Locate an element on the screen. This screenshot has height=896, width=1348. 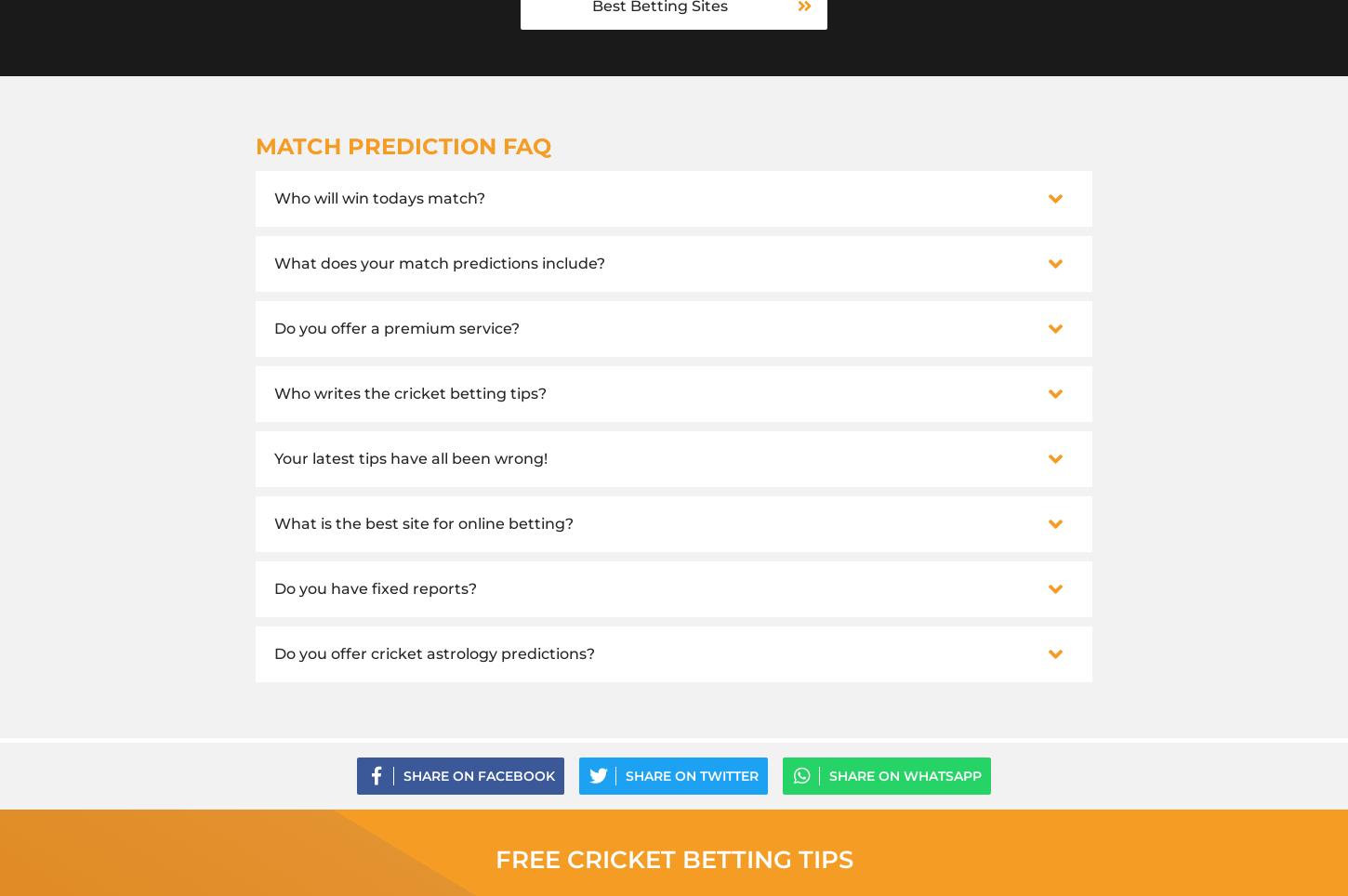
'What does your match predictions include?' is located at coordinates (438, 262).